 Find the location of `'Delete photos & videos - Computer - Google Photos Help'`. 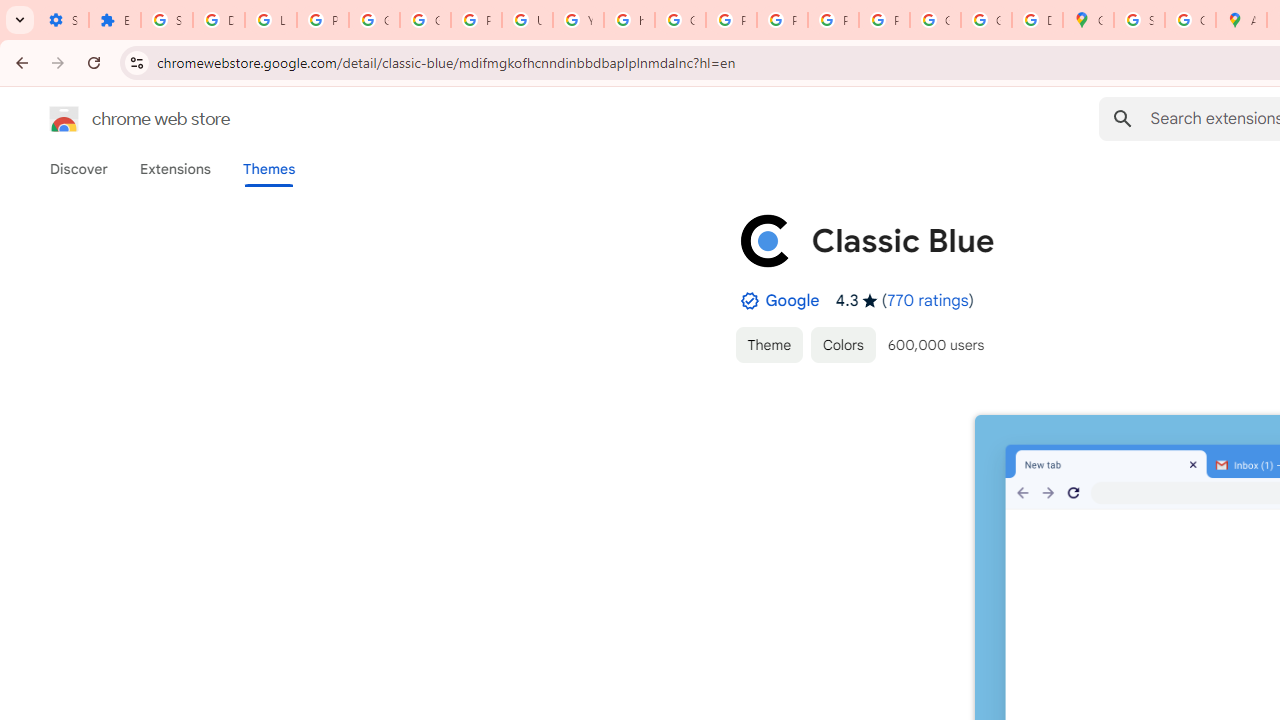

'Delete photos & videos - Computer - Google Photos Help' is located at coordinates (218, 20).